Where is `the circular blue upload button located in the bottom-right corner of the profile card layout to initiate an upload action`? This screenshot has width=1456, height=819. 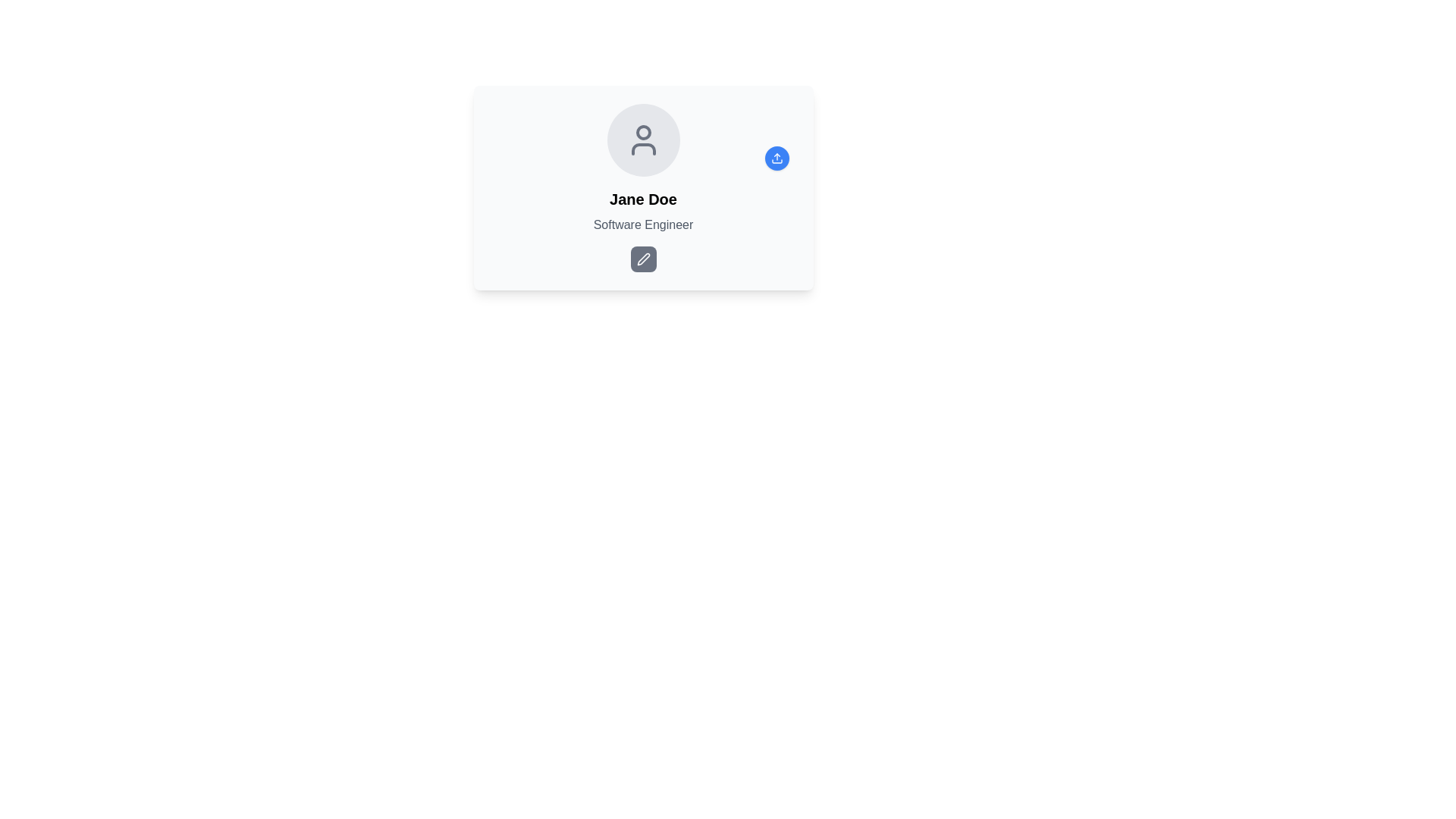
the circular blue upload button located in the bottom-right corner of the profile card layout to initiate an upload action is located at coordinates (777, 158).